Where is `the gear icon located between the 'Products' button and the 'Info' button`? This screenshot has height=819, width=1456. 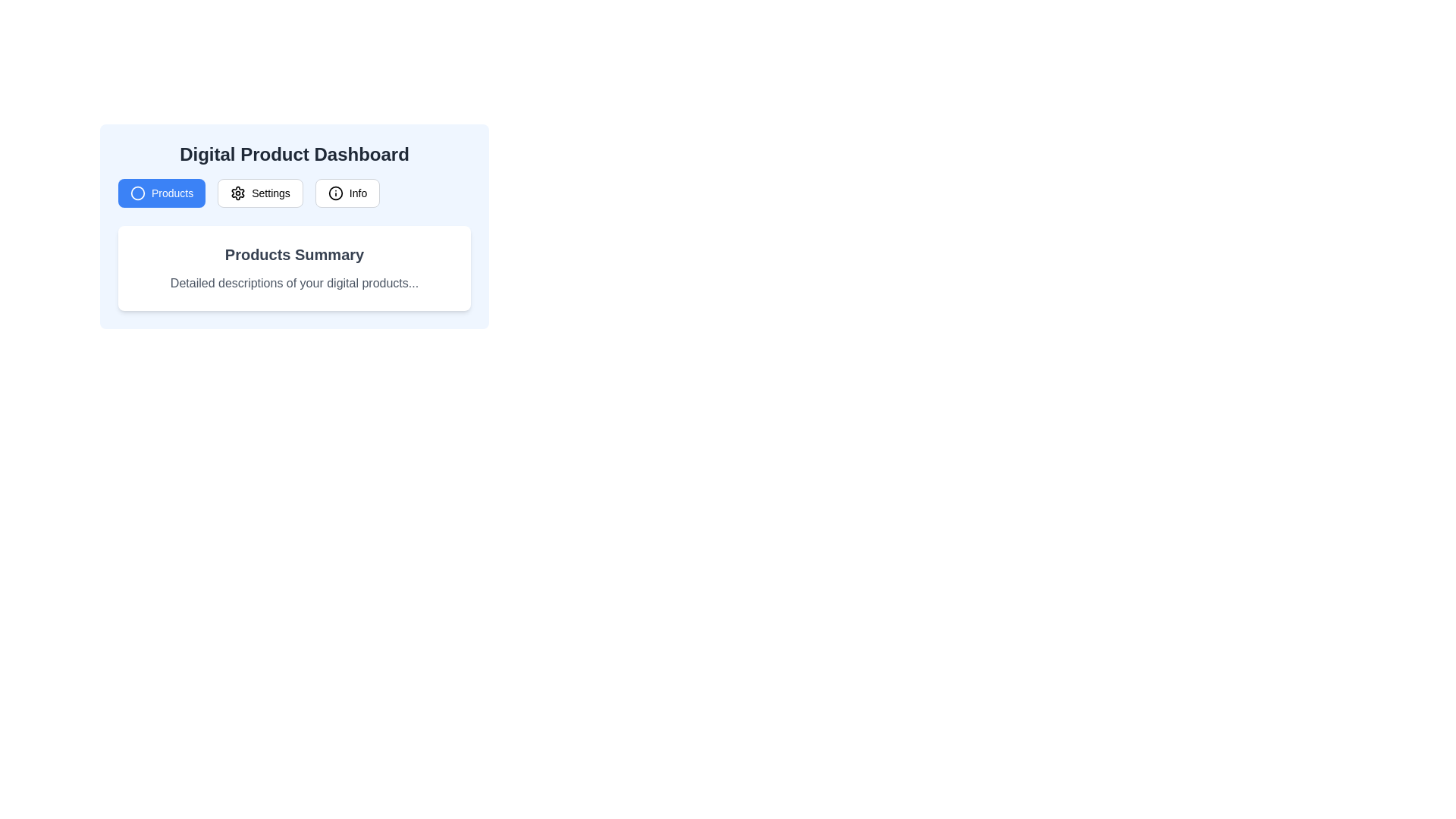 the gear icon located between the 'Products' button and the 'Info' button is located at coordinates (237, 192).